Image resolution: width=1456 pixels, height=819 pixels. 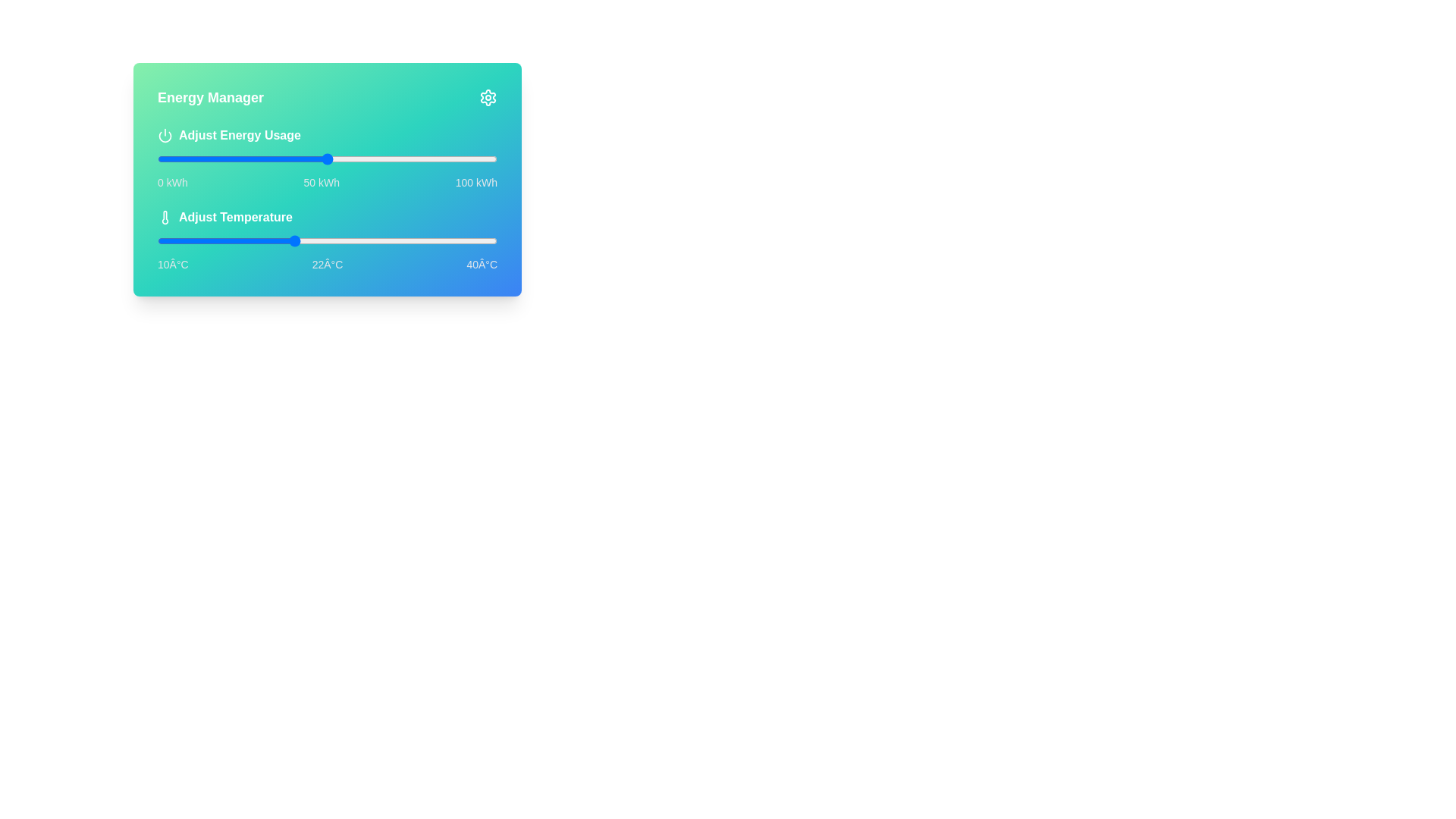 I want to click on the temperature to 19°C using the slider, so click(x=259, y=240).